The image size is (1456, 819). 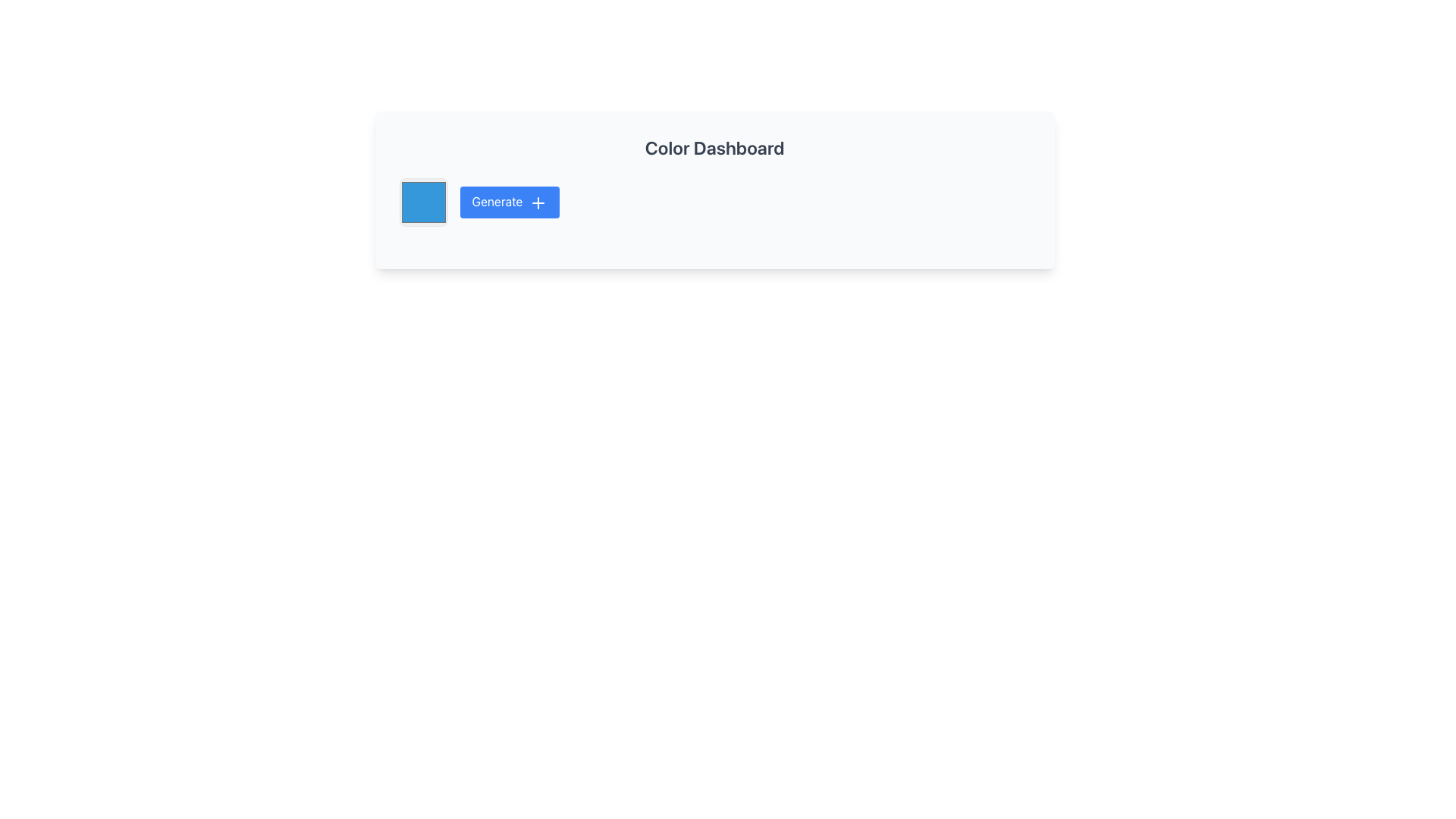 I want to click on the blue rectangular button labeled 'Generate' with a '+' icon for keyboard interaction, so click(x=510, y=201).